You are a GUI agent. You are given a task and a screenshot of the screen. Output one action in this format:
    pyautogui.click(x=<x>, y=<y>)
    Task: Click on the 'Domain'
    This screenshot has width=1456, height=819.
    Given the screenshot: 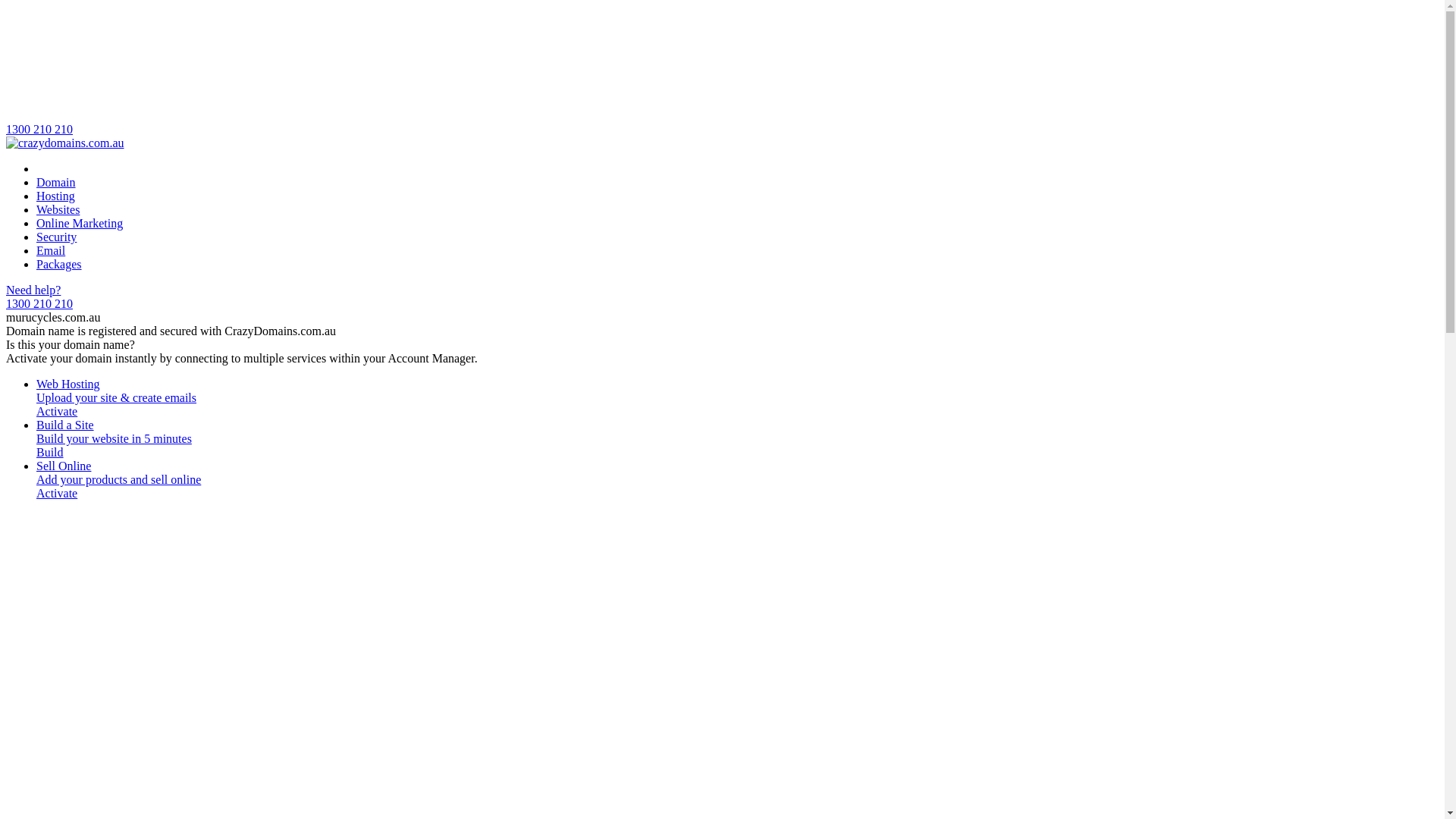 What is the action you would take?
    pyautogui.click(x=55, y=181)
    